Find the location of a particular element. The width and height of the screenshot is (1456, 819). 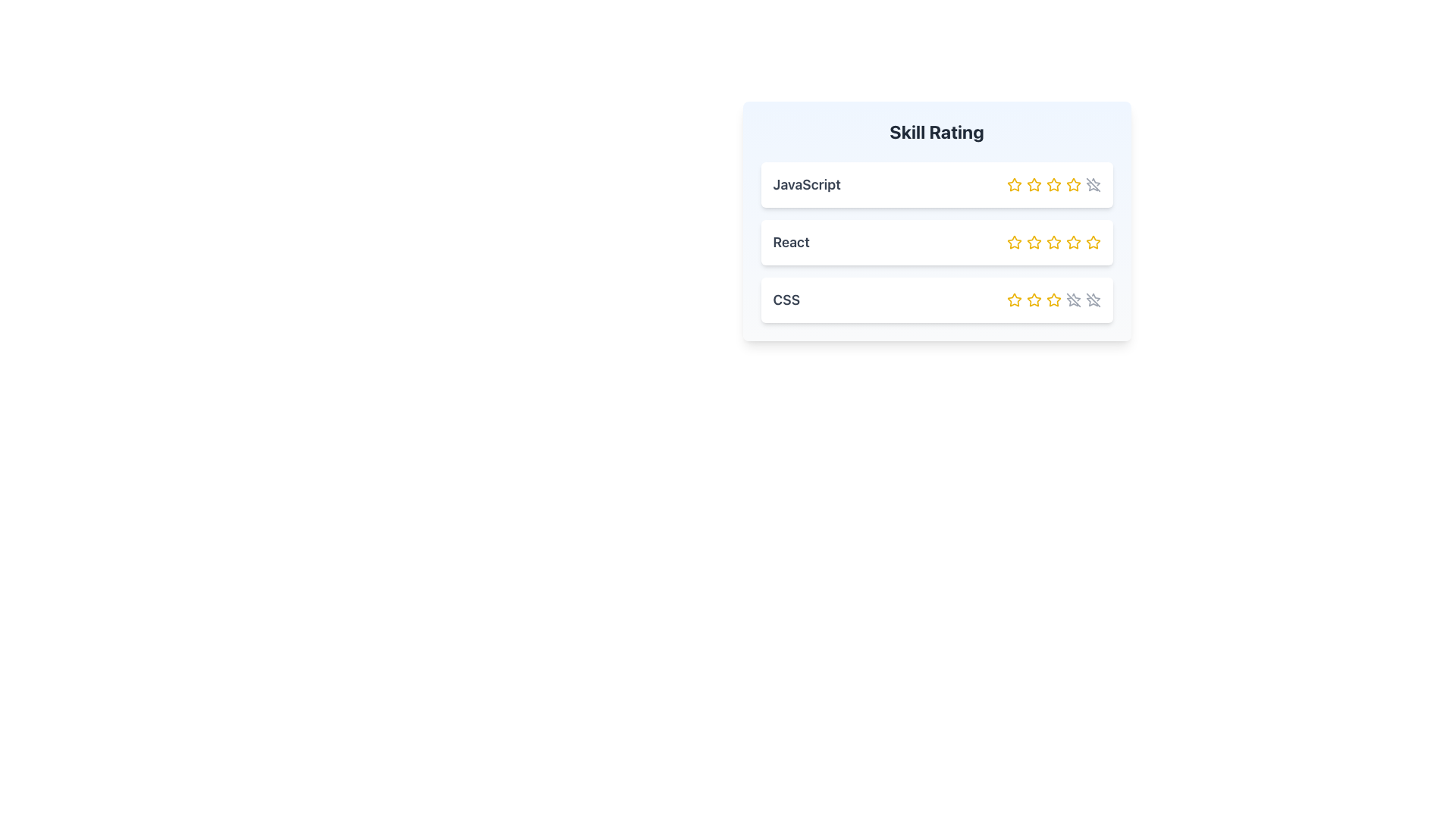

the third star in the rating system for the CSS skill to rate it is located at coordinates (1071, 302).